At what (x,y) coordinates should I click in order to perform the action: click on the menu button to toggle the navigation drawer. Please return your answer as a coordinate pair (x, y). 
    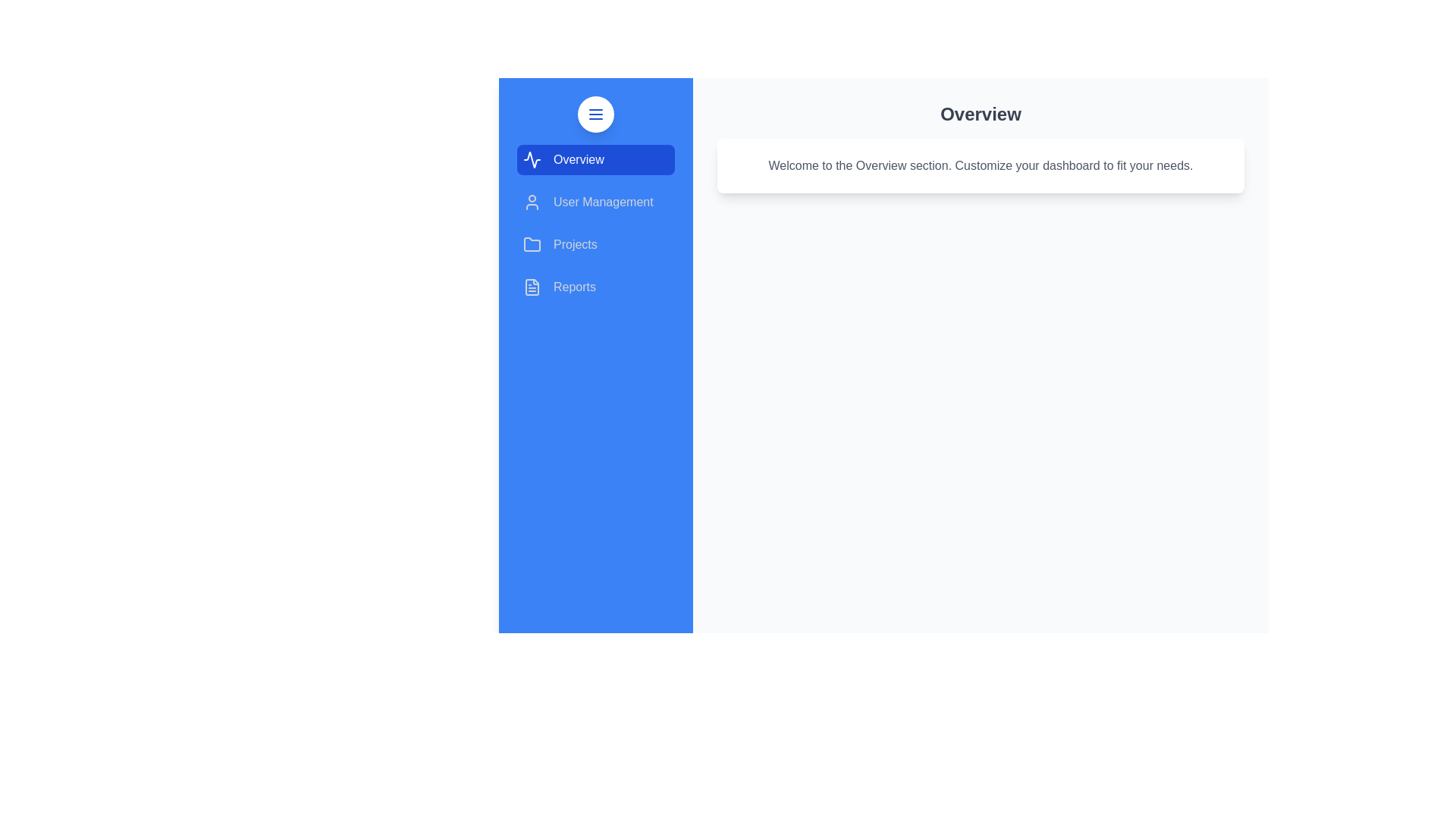
    Looking at the image, I should click on (595, 113).